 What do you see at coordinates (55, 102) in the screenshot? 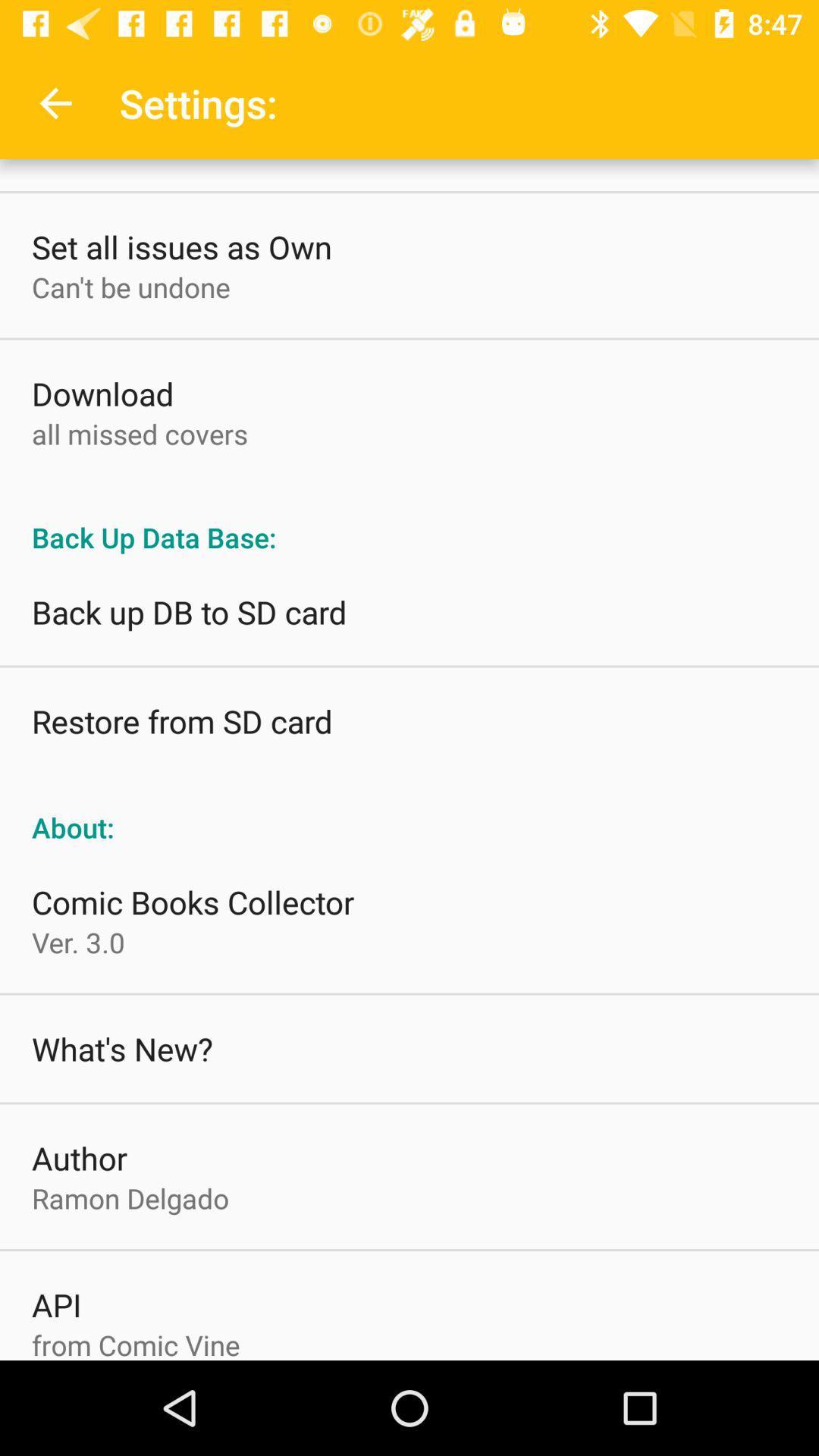
I see `the app to the left of settings:` at bounding box center [55, 102].